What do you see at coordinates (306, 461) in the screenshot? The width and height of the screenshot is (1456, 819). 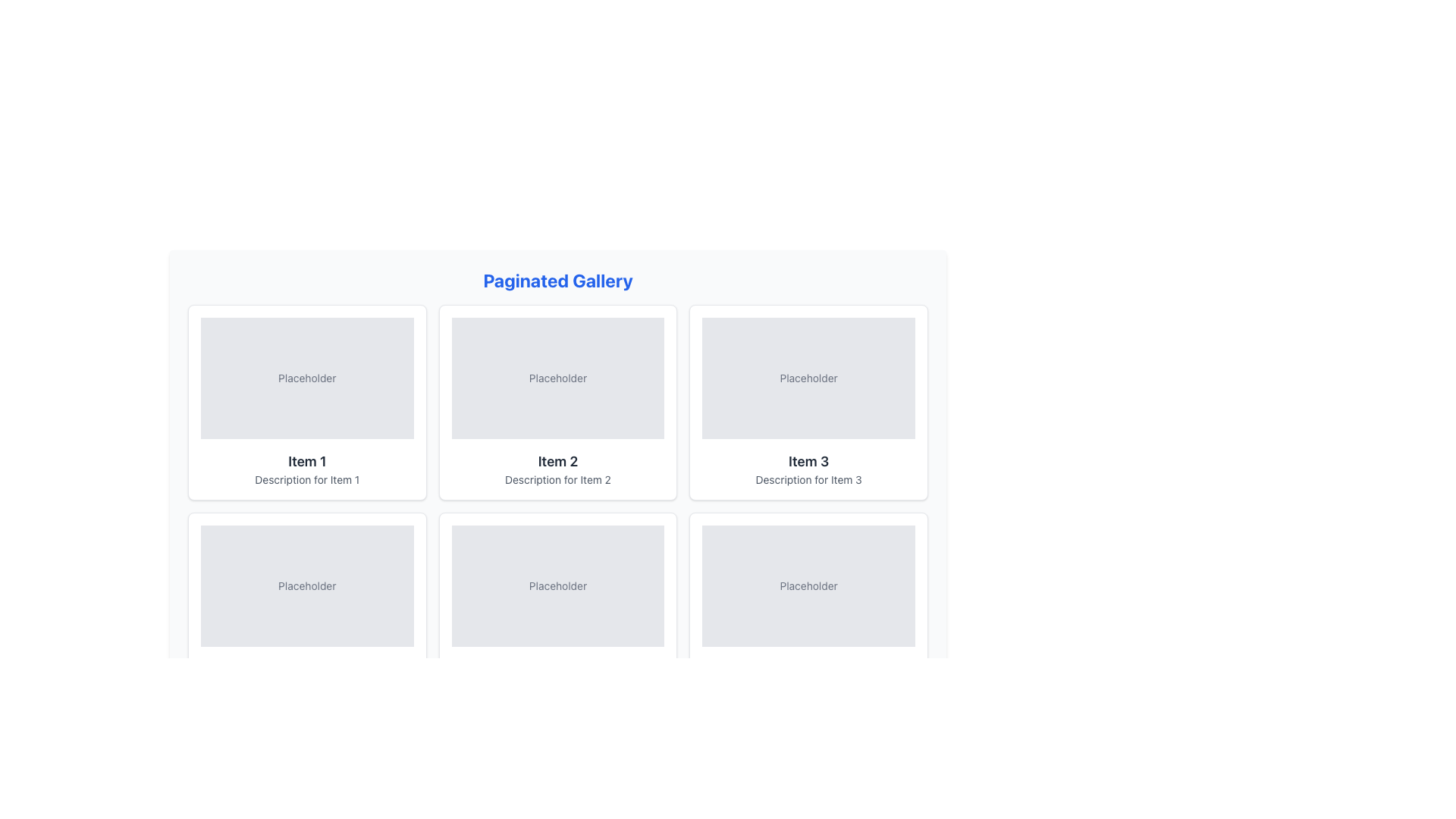 I see `the text label that identifies the card's item, positioned below a placeholder image and above the description text in the paginated gallery layout` at bounding box center [306, 461].